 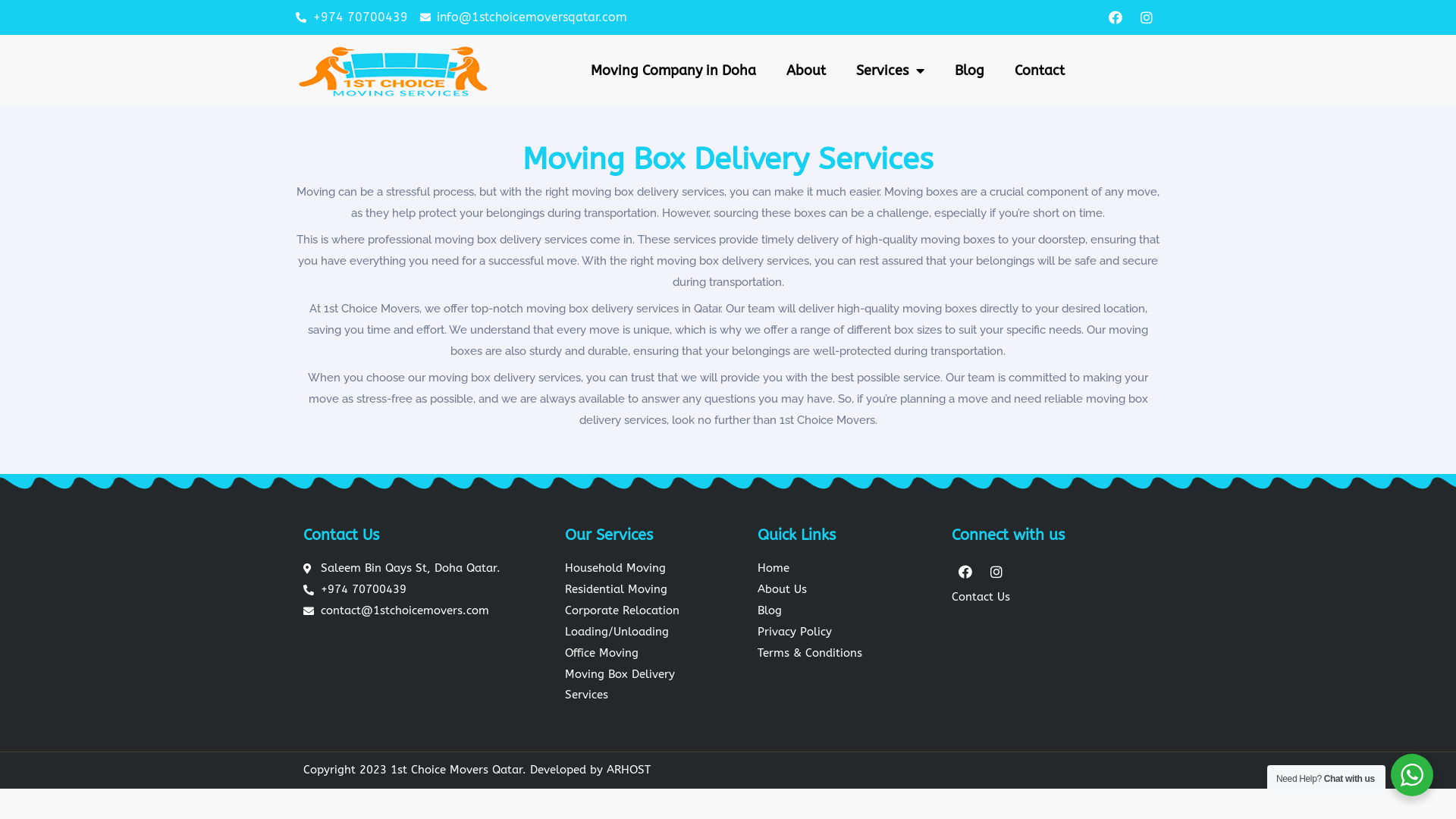 I want to click on 'contact@1stchoicemovers.com', so click(x=403, y=610).